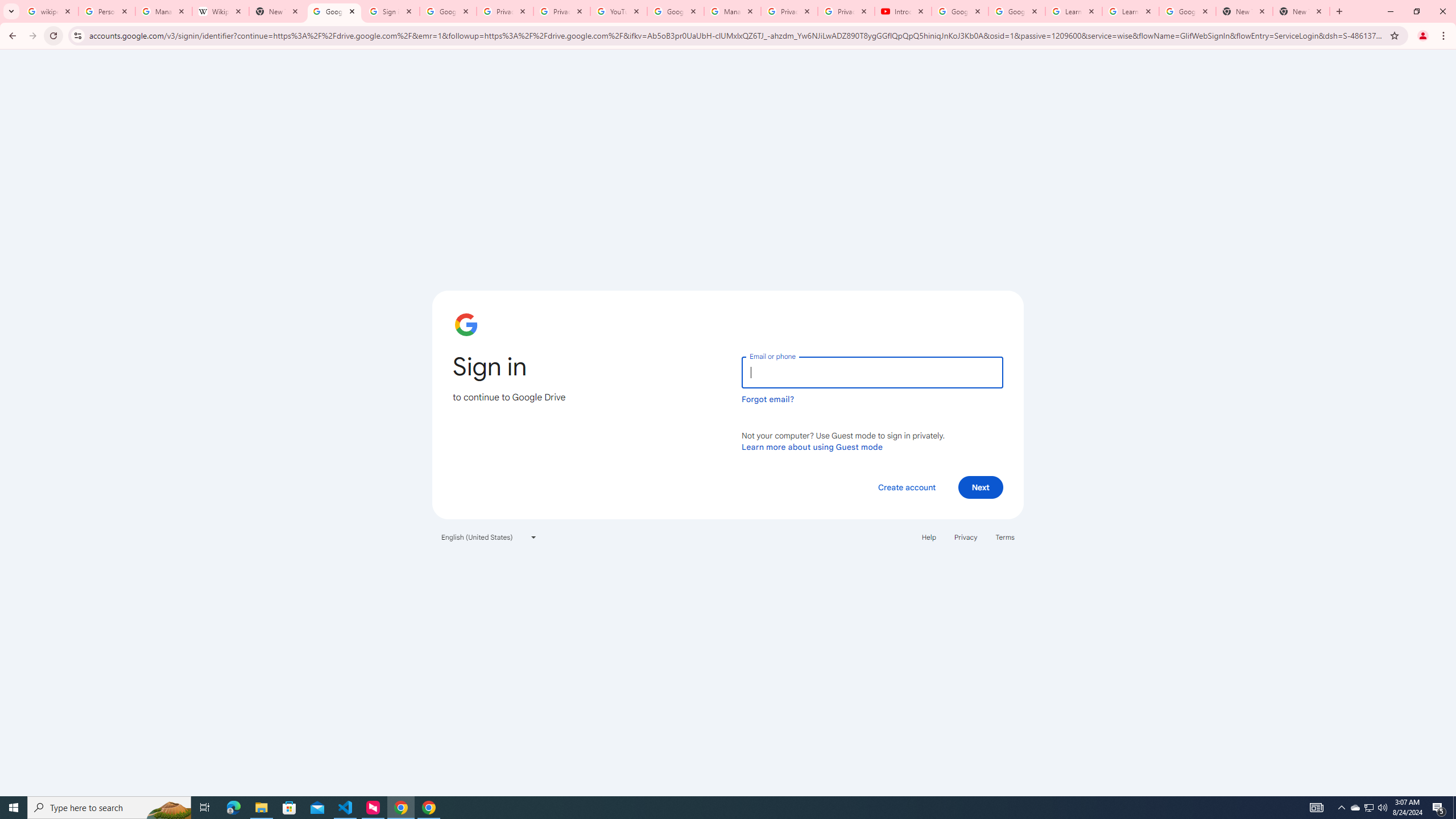  What do you see at coordinates (1301, 11) in the screenshot?
I see `'New Tab'` at bounding box center [1301, 11].